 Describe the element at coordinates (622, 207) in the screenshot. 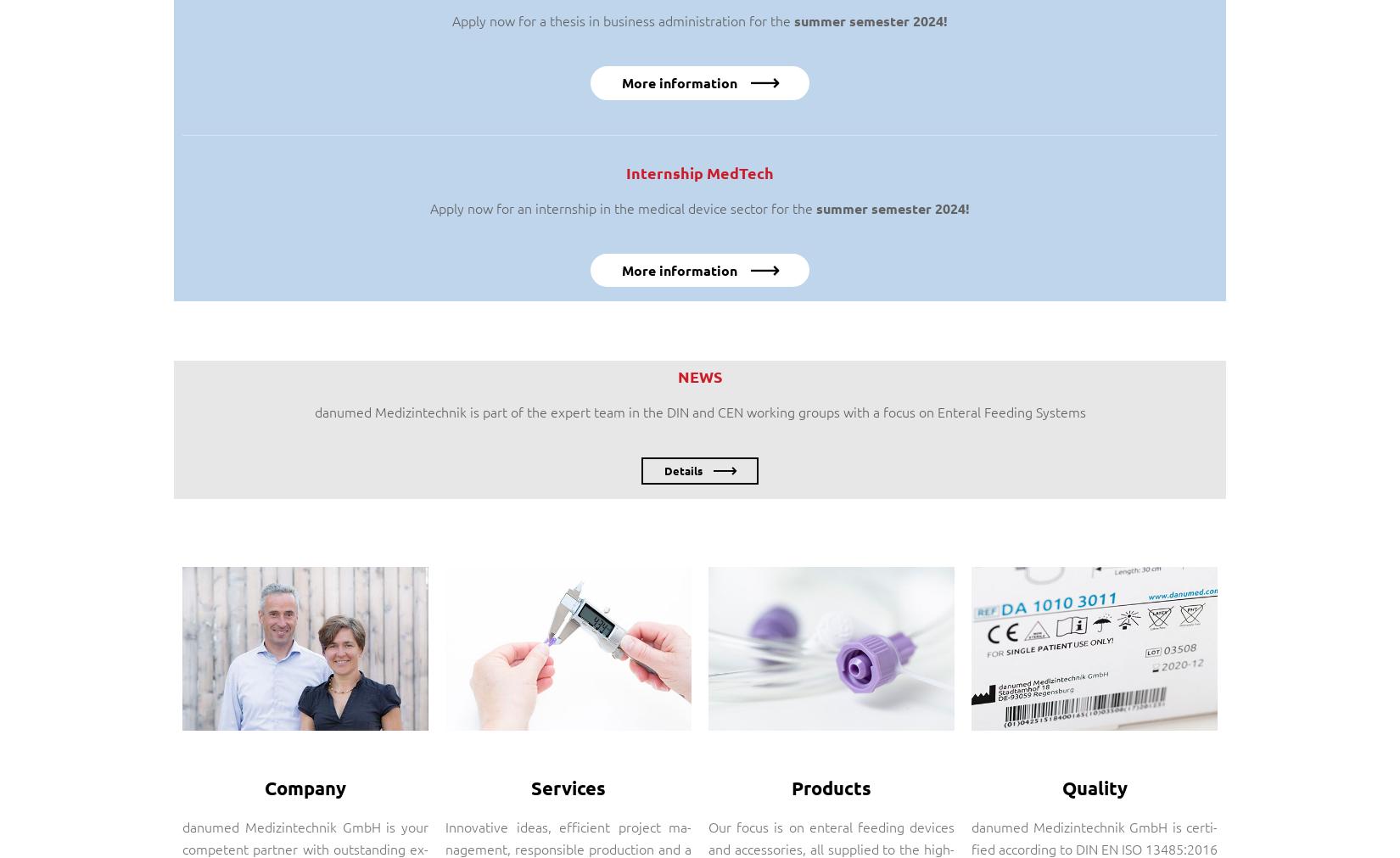

I see `'Apply now for an internship in the medical device sector for the'` at that location.